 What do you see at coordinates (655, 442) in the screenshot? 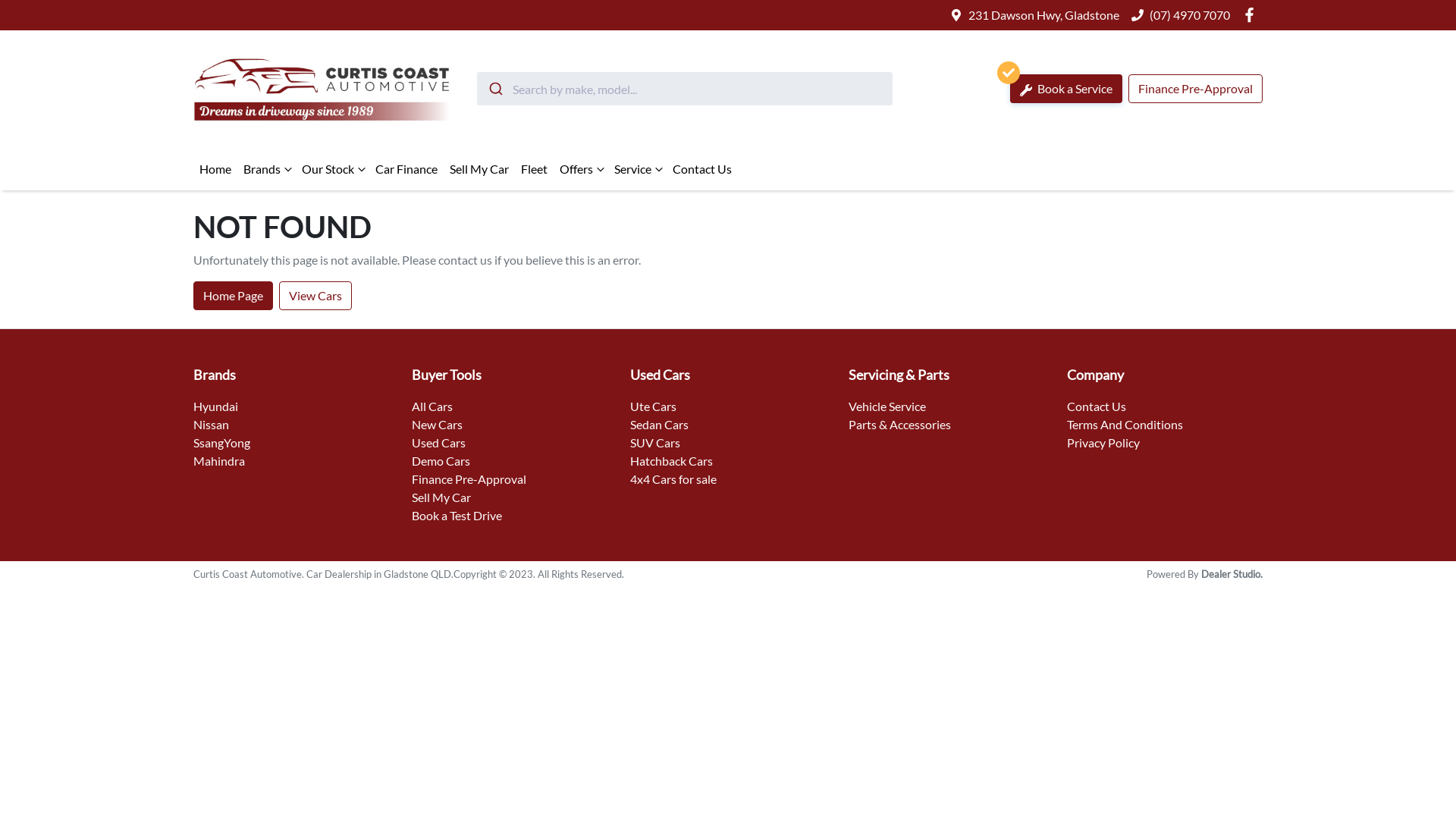
I see `'SUV Cars'` at bounding box center [655, 442].